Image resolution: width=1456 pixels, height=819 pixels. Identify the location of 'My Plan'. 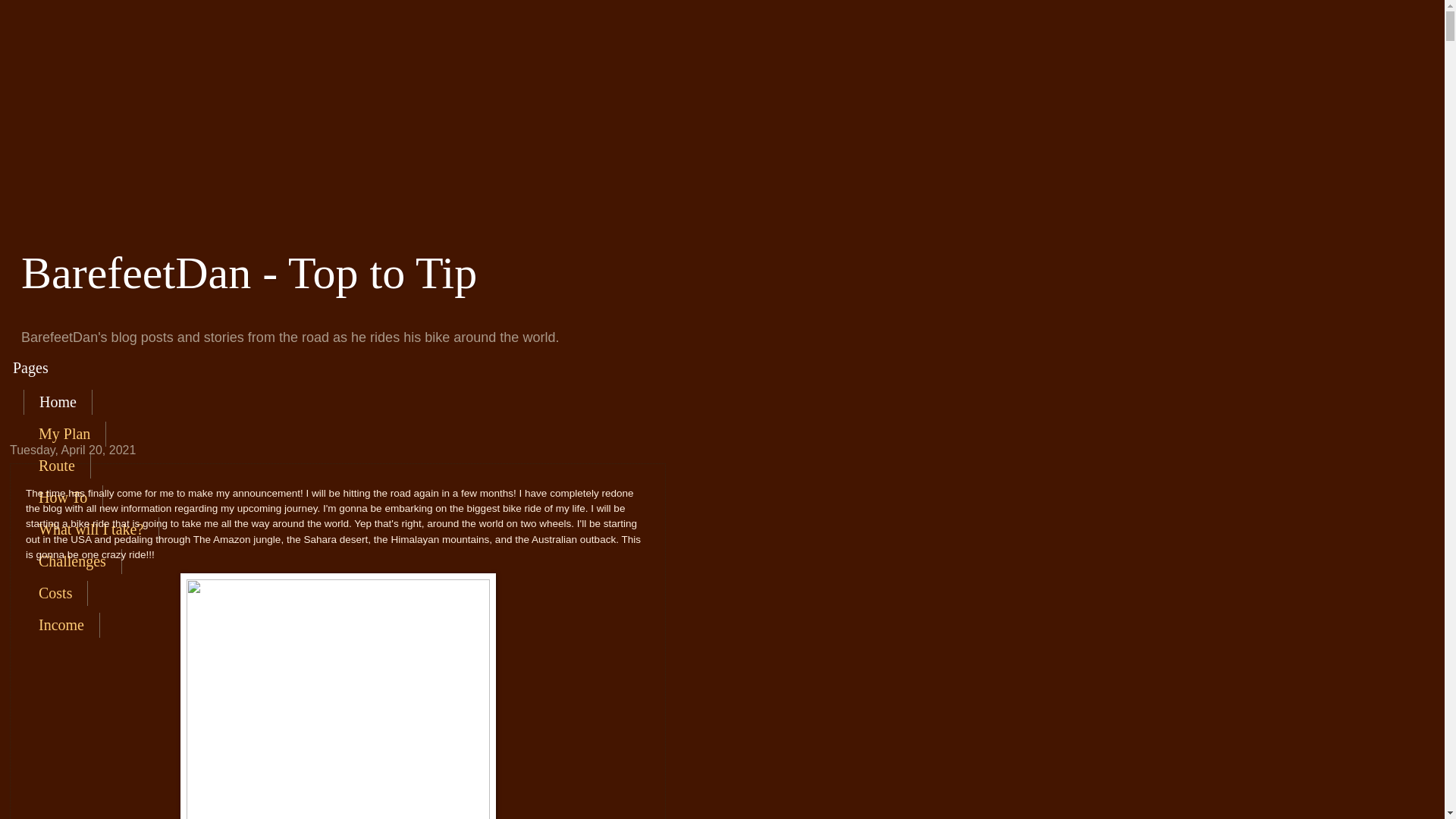
(64, 434).